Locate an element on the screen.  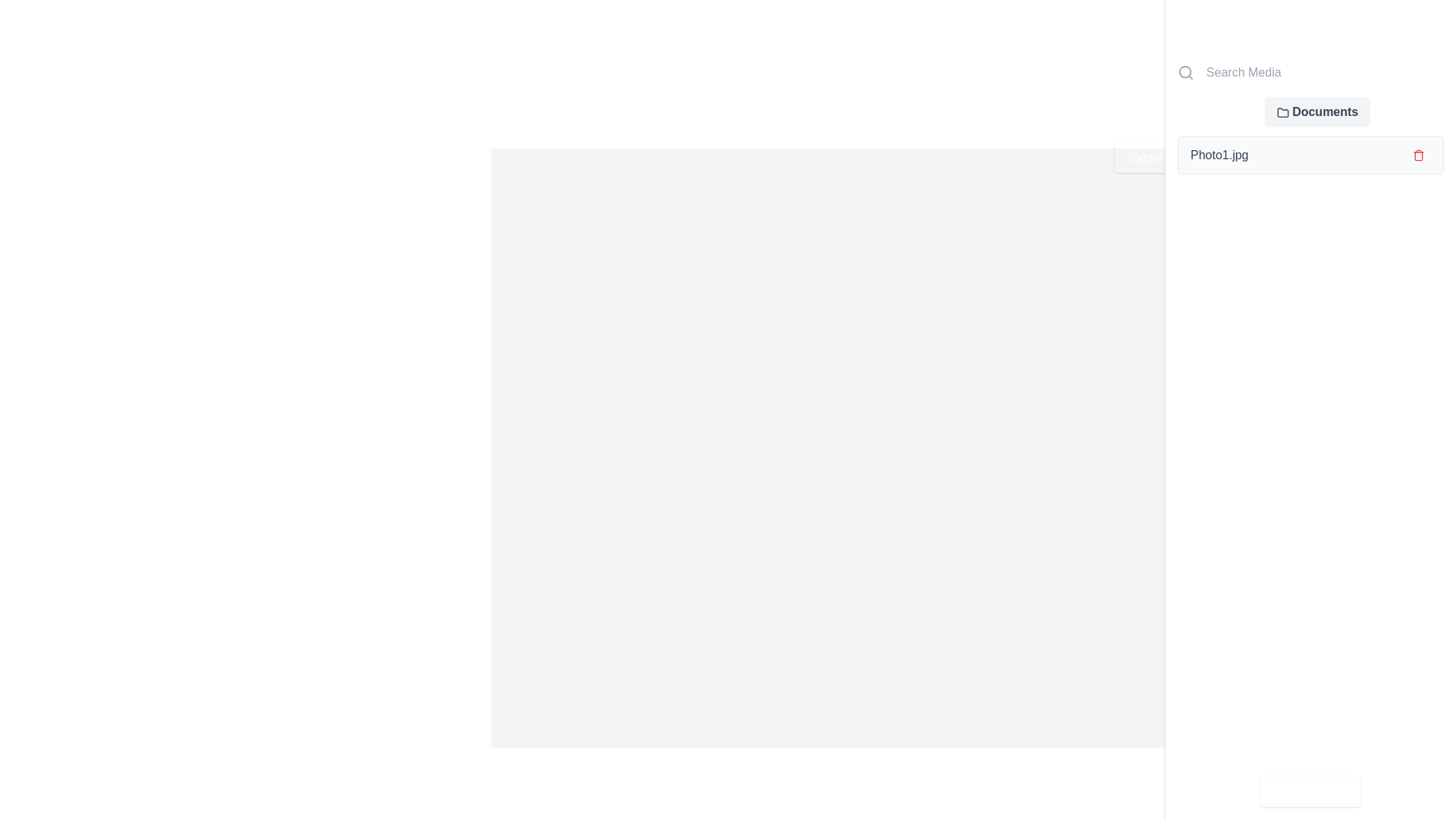
the close button located at the top-right corner of the Media Manager section is located at coordinates (1433, 23).